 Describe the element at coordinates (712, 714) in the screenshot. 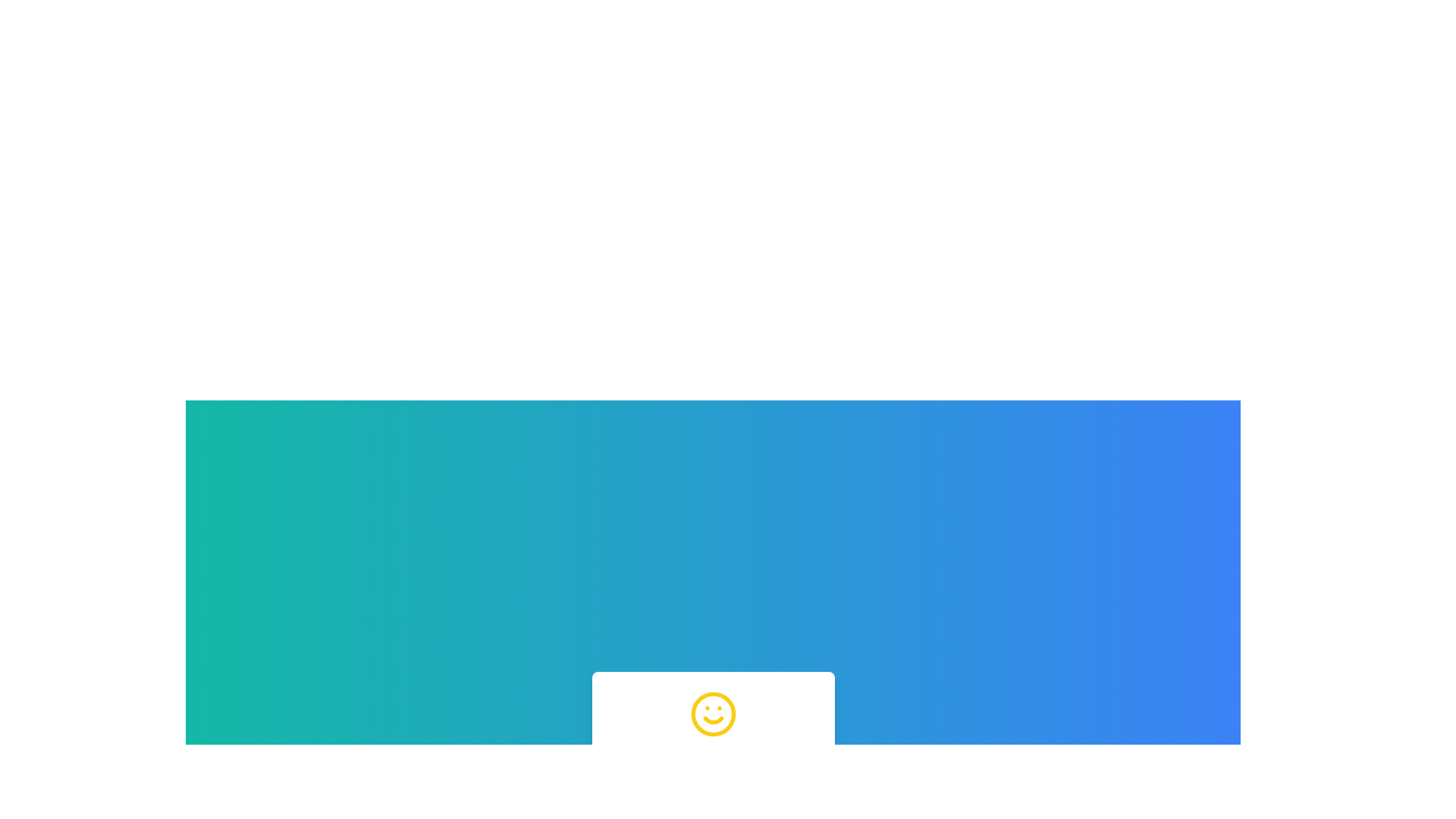

I see `the yellow smiling face icon, which is centrally located above the text 'It's Empty Here' and 'Create the first item to get started'` at that location.